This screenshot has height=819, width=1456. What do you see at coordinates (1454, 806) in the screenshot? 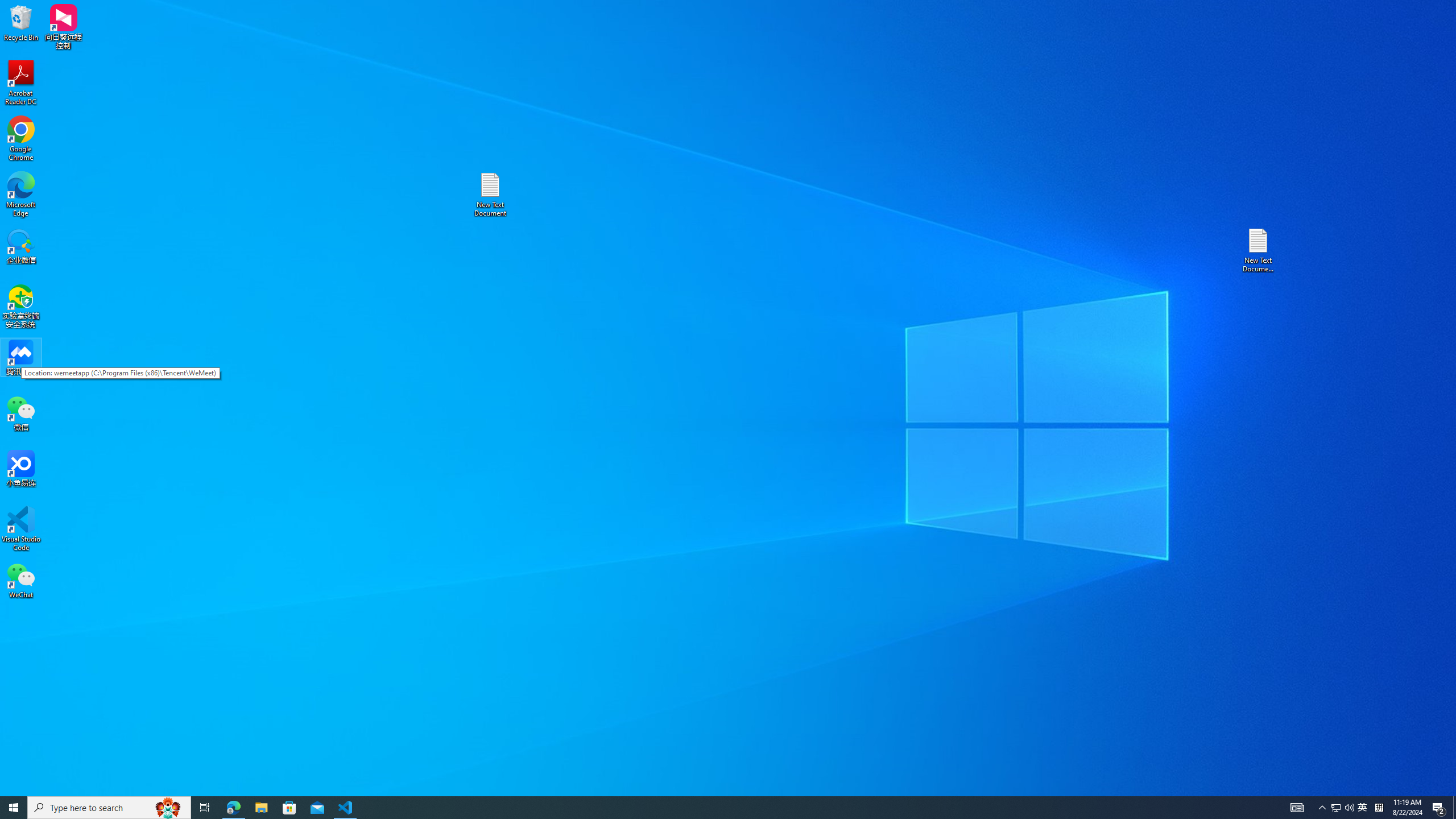
I see `'Show desktop'` at bounding box center [1454, 806].